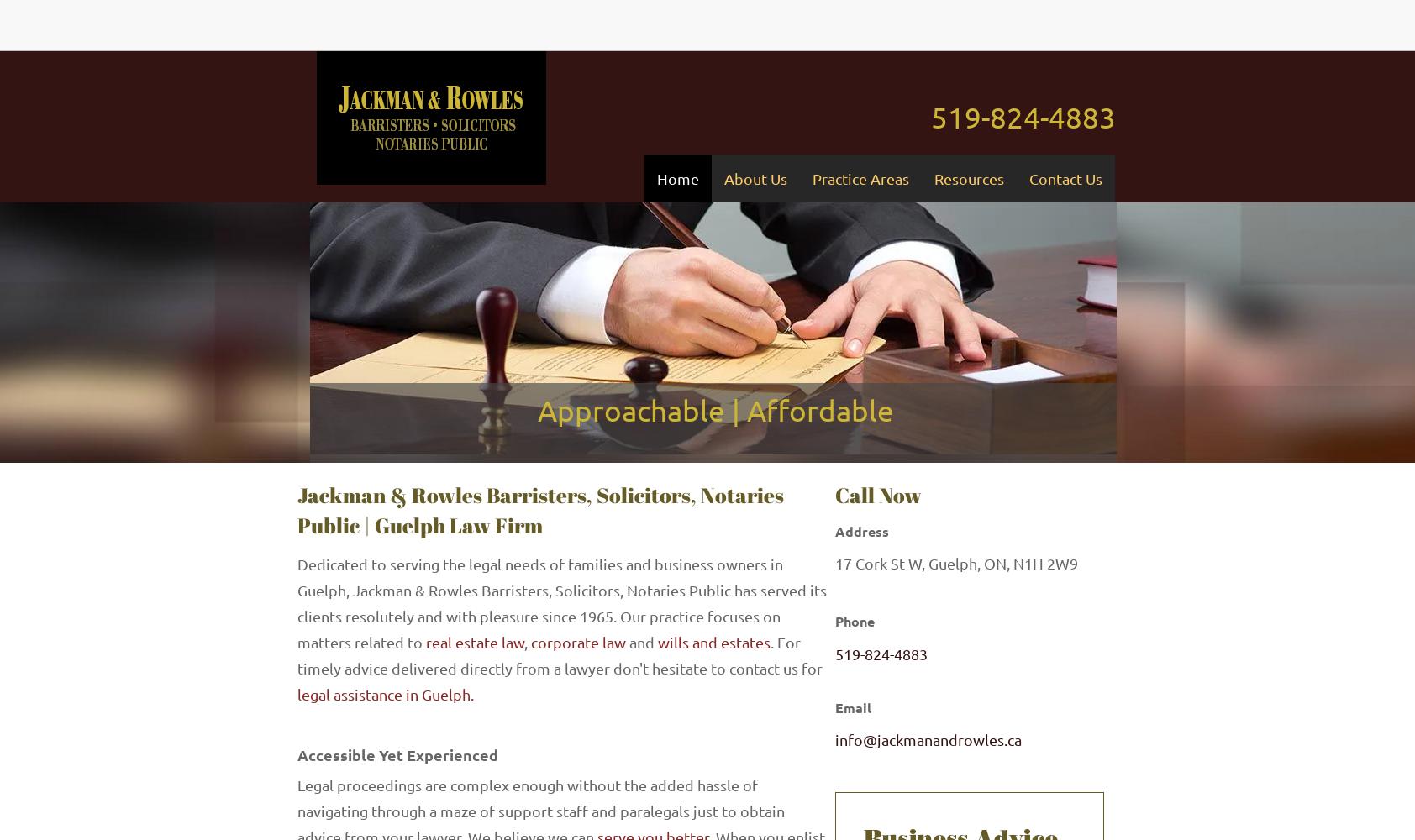 The width and height of the screenshot is (1415, 840). Describe the element at coordinates (540, 509) in the screenshot. I see `'Jackman & Rowles Barristers, Solicitors, Notaries Public | Guelph Law Firm'` at that location.